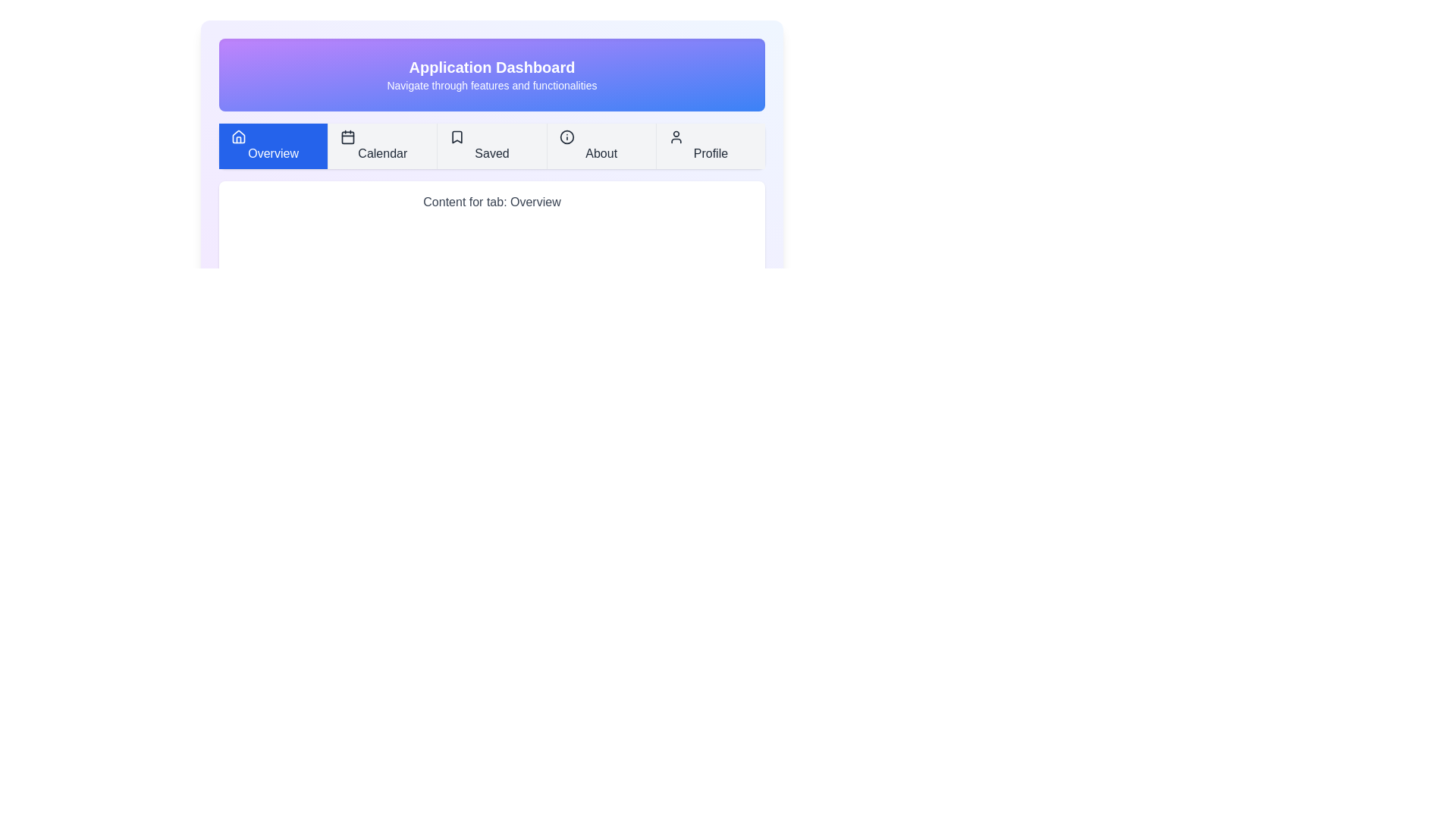  What do you see at coordinates (273, 153) in the screenshot?
I see `the 'Overview' text label located in the leftmost tab of the navigation bar` at bounding box center [273, 153].